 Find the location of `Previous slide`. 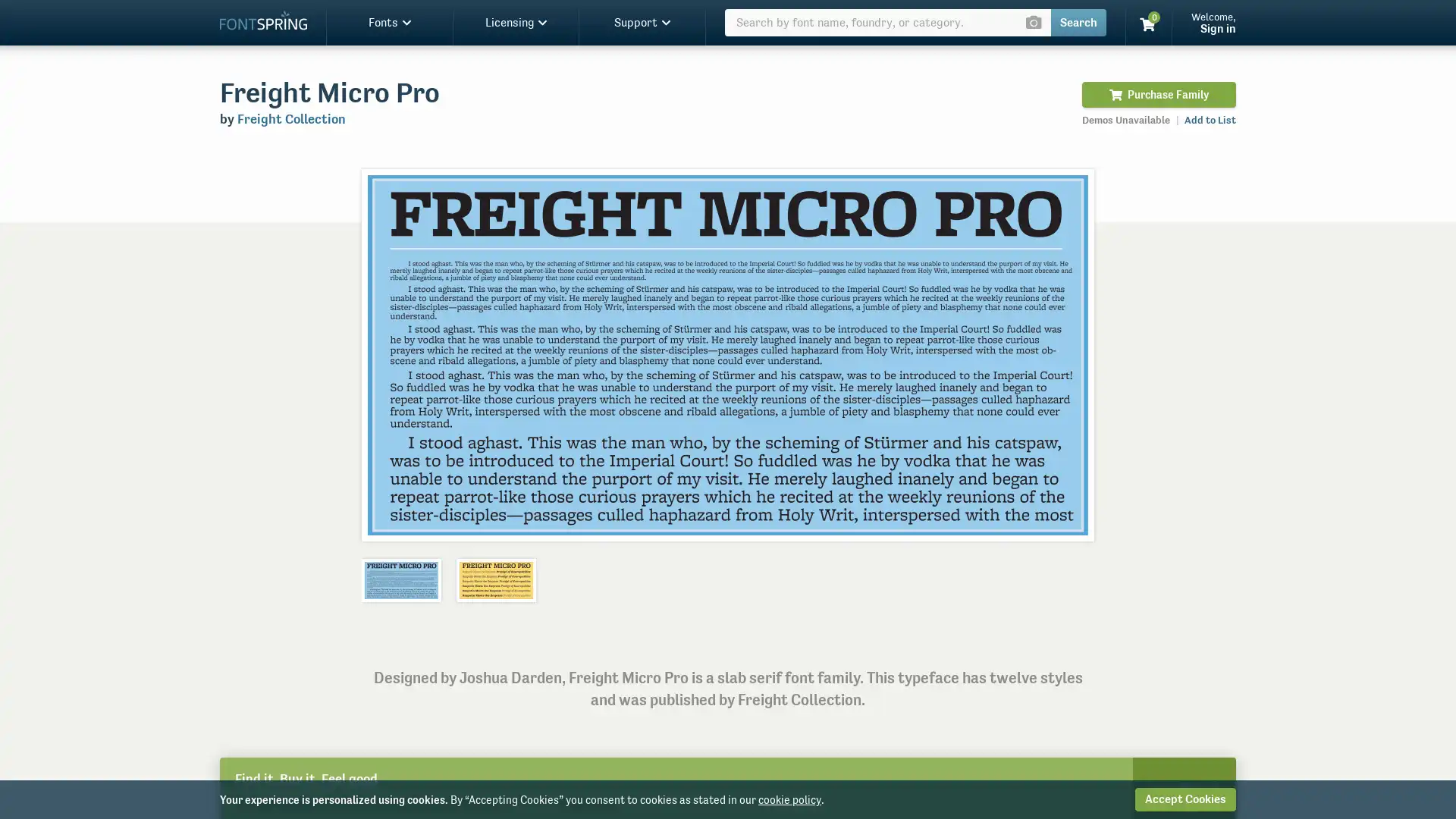

Previous slide is located at coordinates (389, 354).